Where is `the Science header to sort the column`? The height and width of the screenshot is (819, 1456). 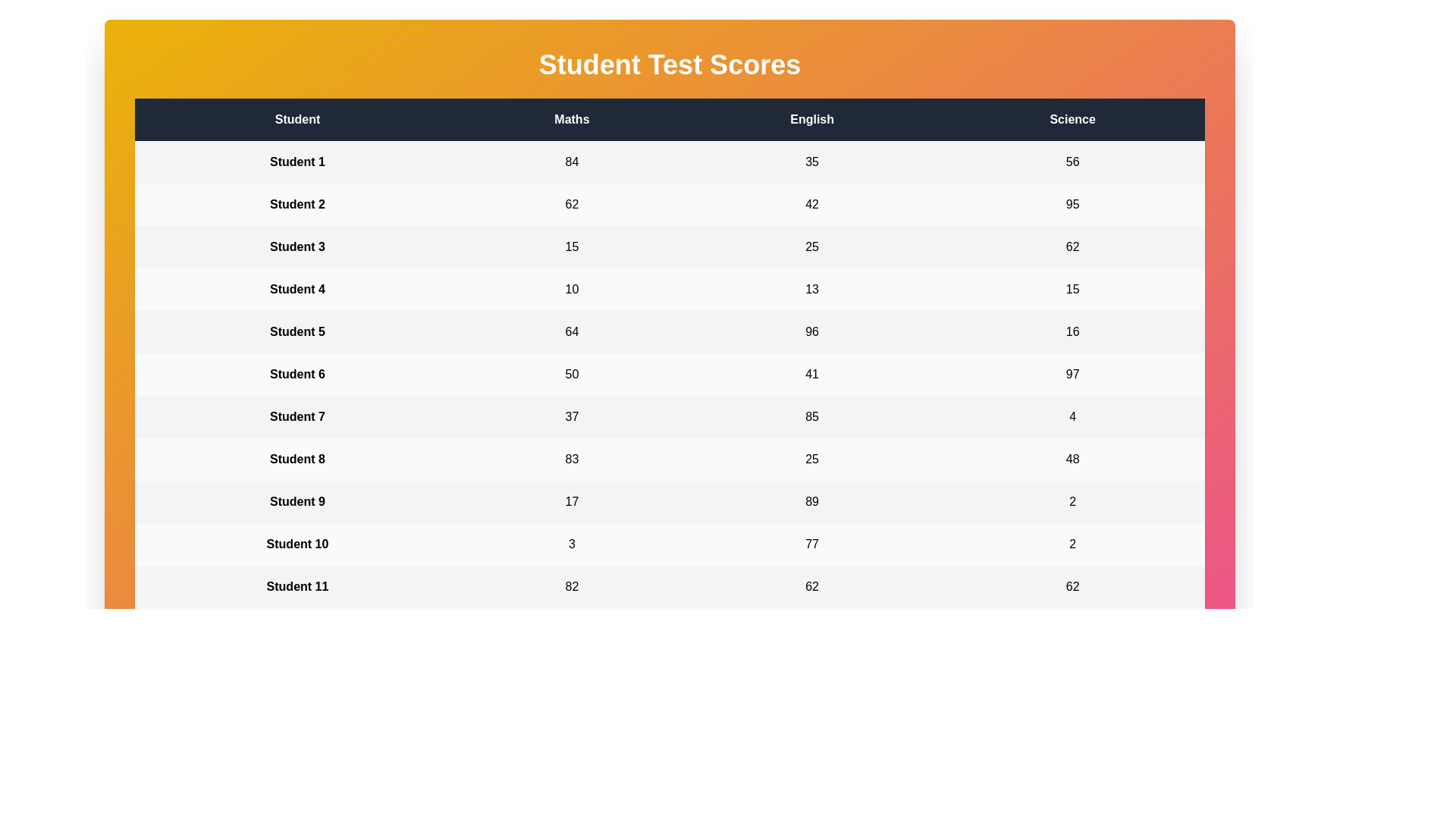 the Science header to sort the column is located at coordinates (1072, 119).